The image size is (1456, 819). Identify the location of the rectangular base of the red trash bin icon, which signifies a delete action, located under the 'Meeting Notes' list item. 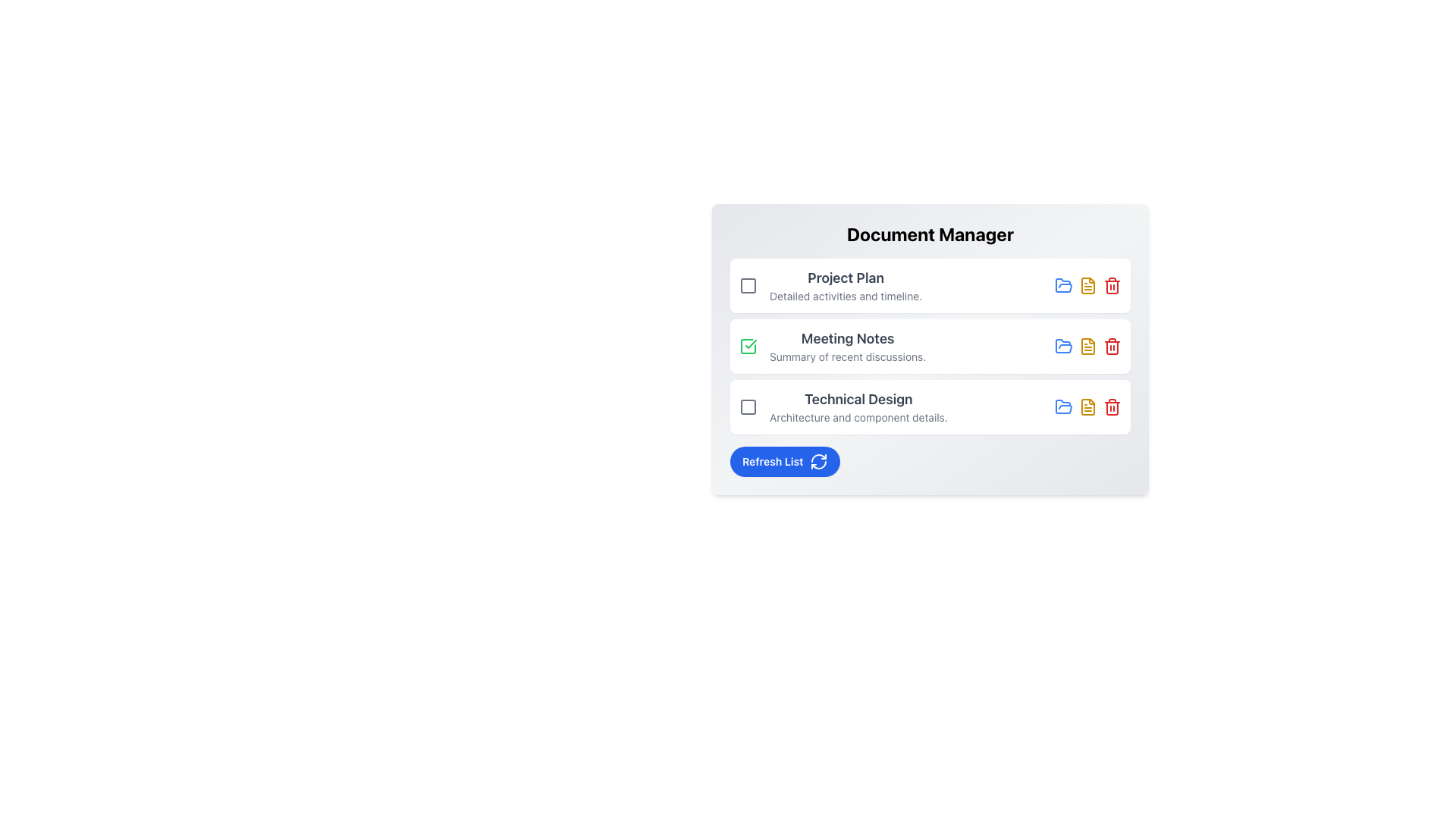
(1112, 287).